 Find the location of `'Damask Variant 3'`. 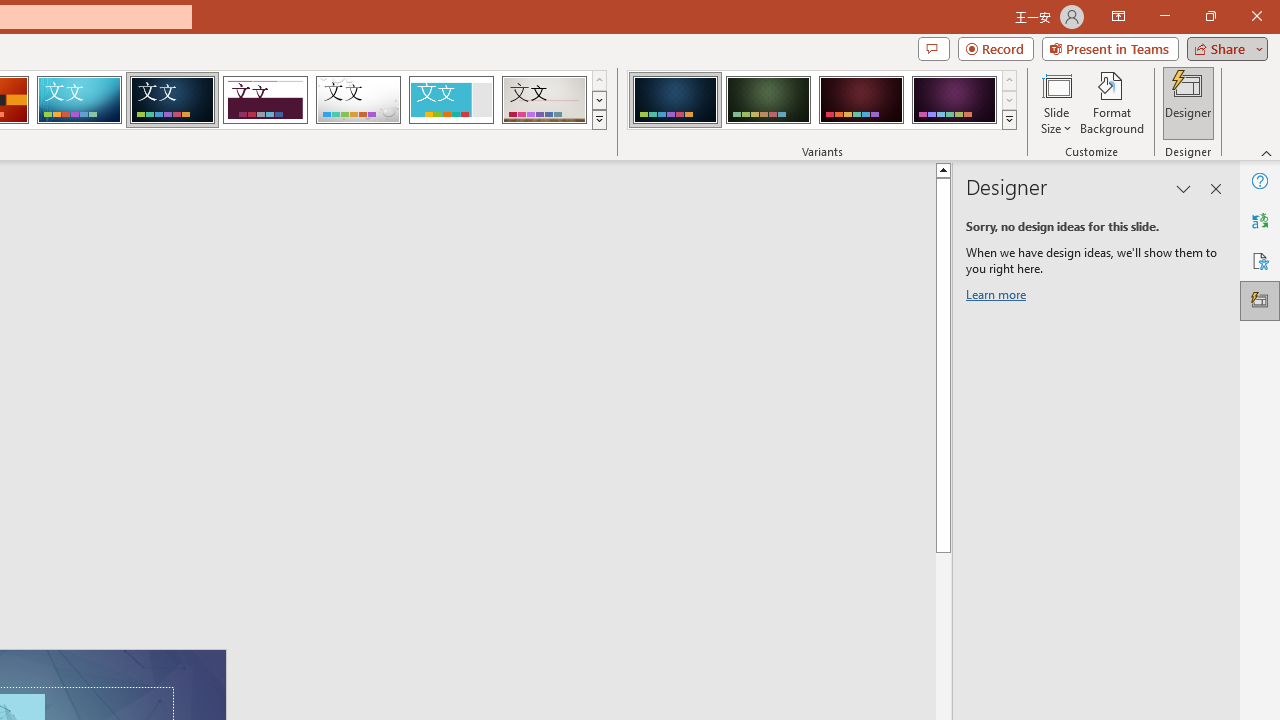

'Damask Variant 3' is located at coordinates (861, 100).